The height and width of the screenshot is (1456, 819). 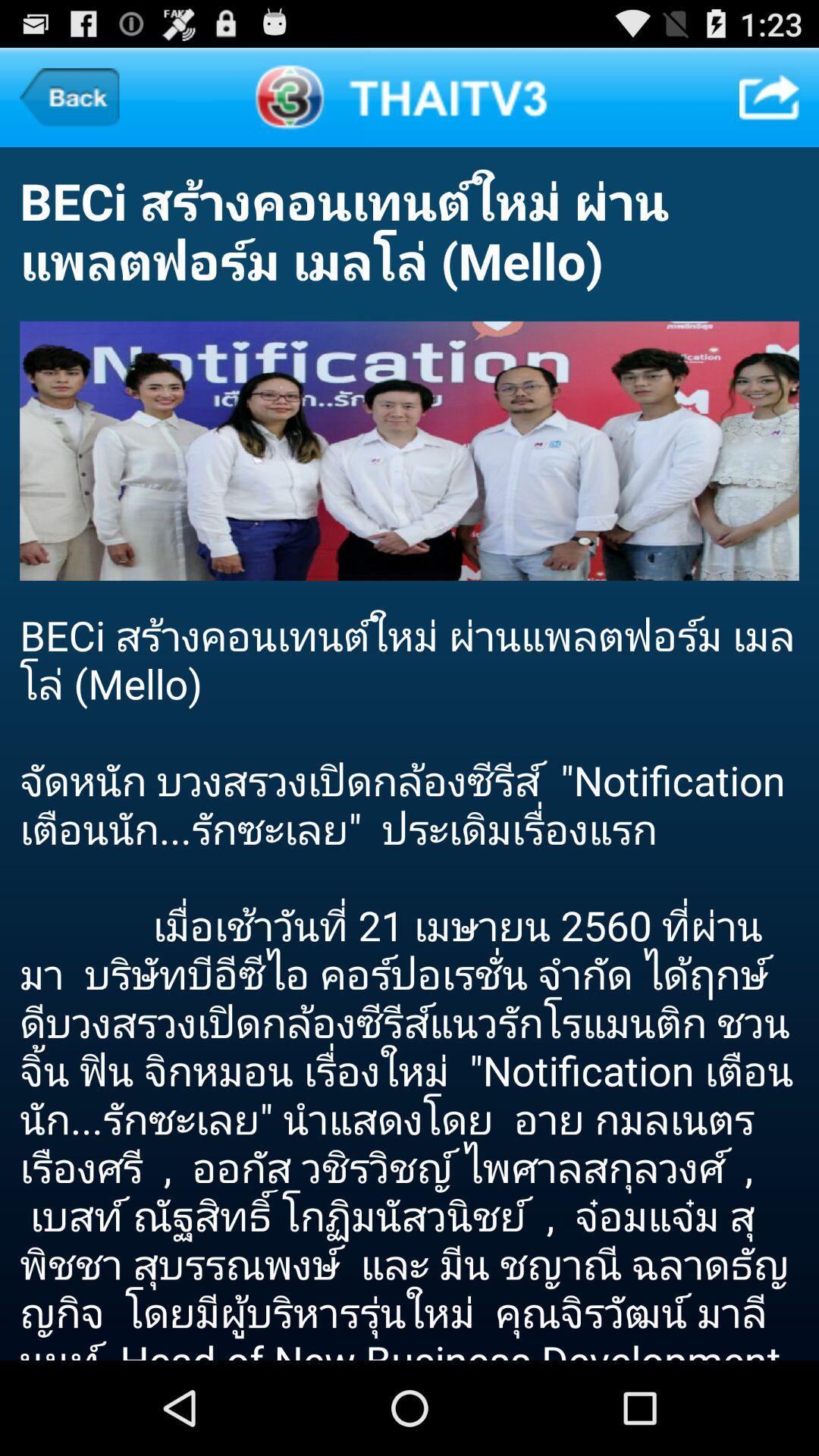 I want to click on item at the top right corner, so click(x=769, y=96).